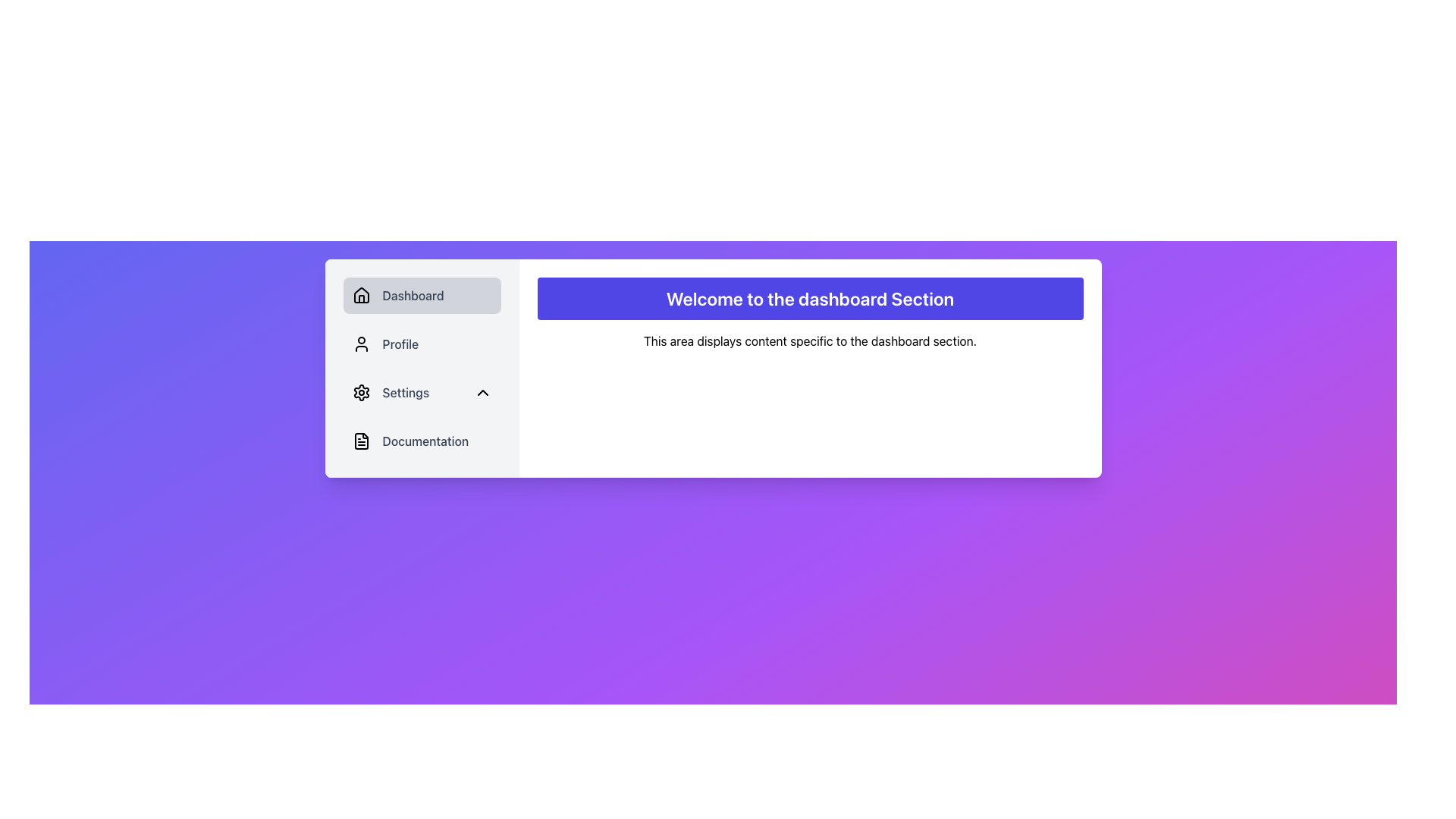 This screenshot has height=819, width=1456. What do you see at coordinates (360, 295) in the screenshot?
I see `the stylized house icon in the sidebar menu, which is located to the left of the 'Dashboard' label` at bounding box center [360, 295].